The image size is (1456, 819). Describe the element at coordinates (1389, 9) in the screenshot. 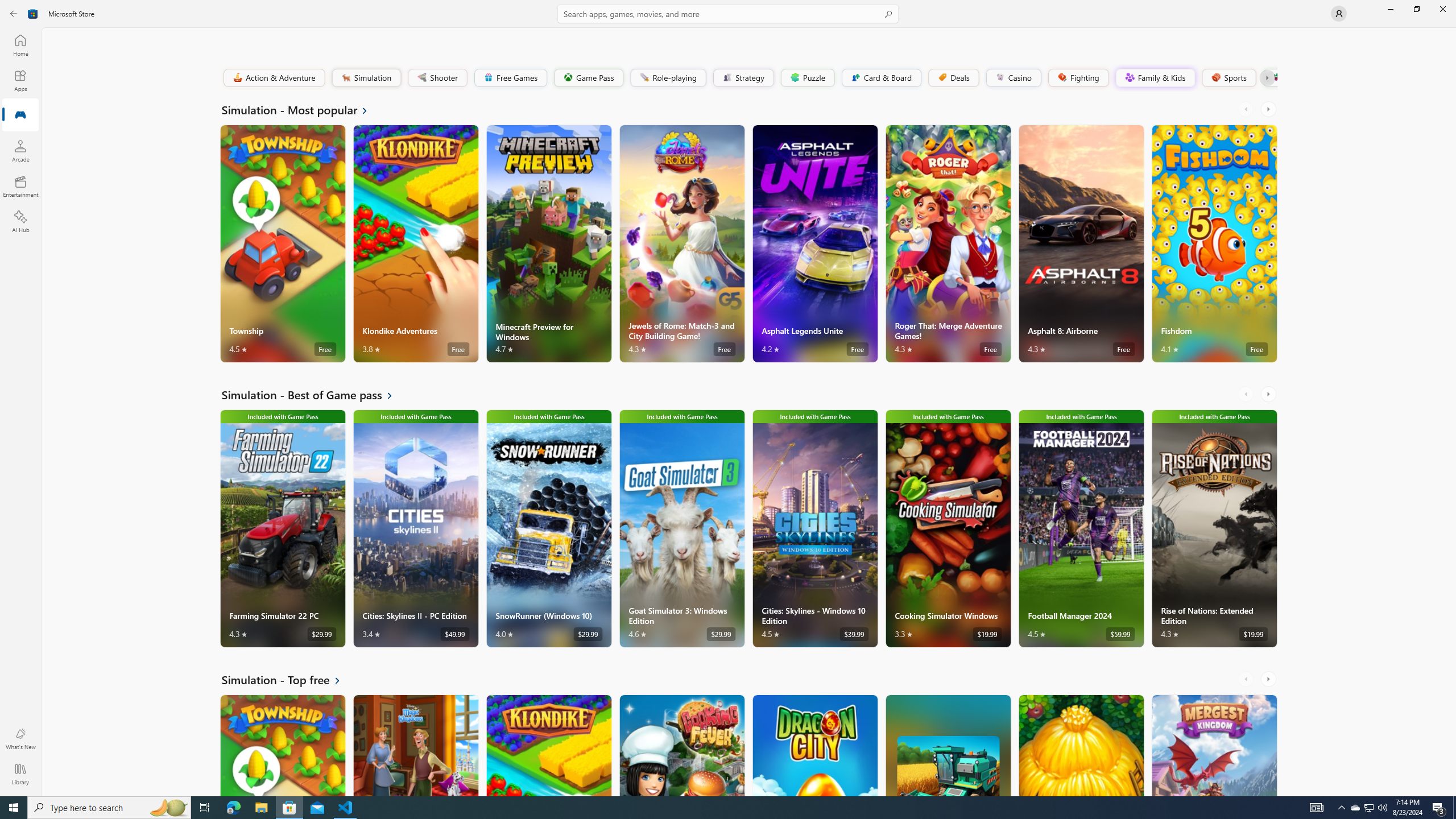

I see `'Minimize Microsoft Store'` at that location.